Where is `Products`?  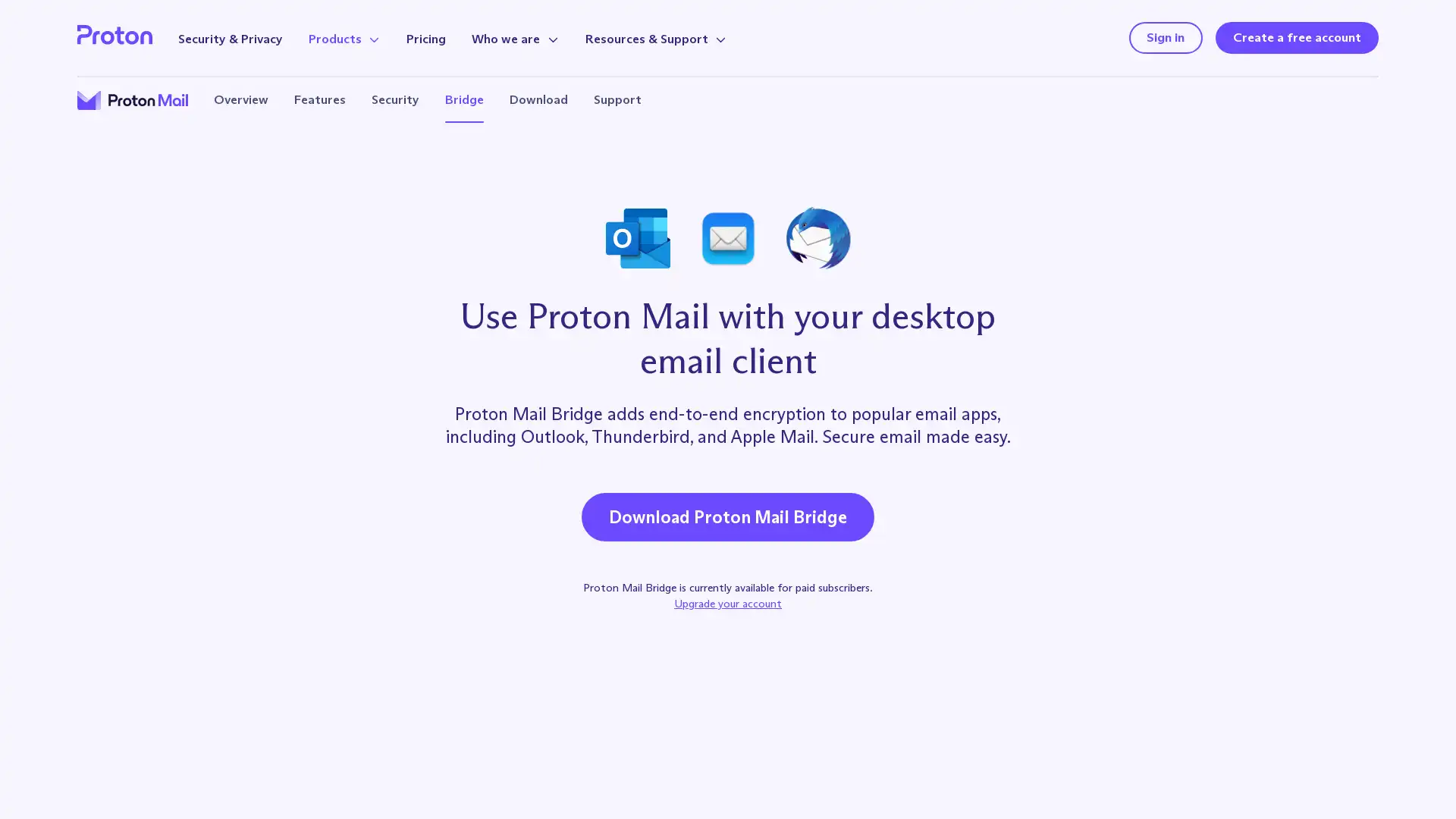
Products is located at coordinates (344, 38).